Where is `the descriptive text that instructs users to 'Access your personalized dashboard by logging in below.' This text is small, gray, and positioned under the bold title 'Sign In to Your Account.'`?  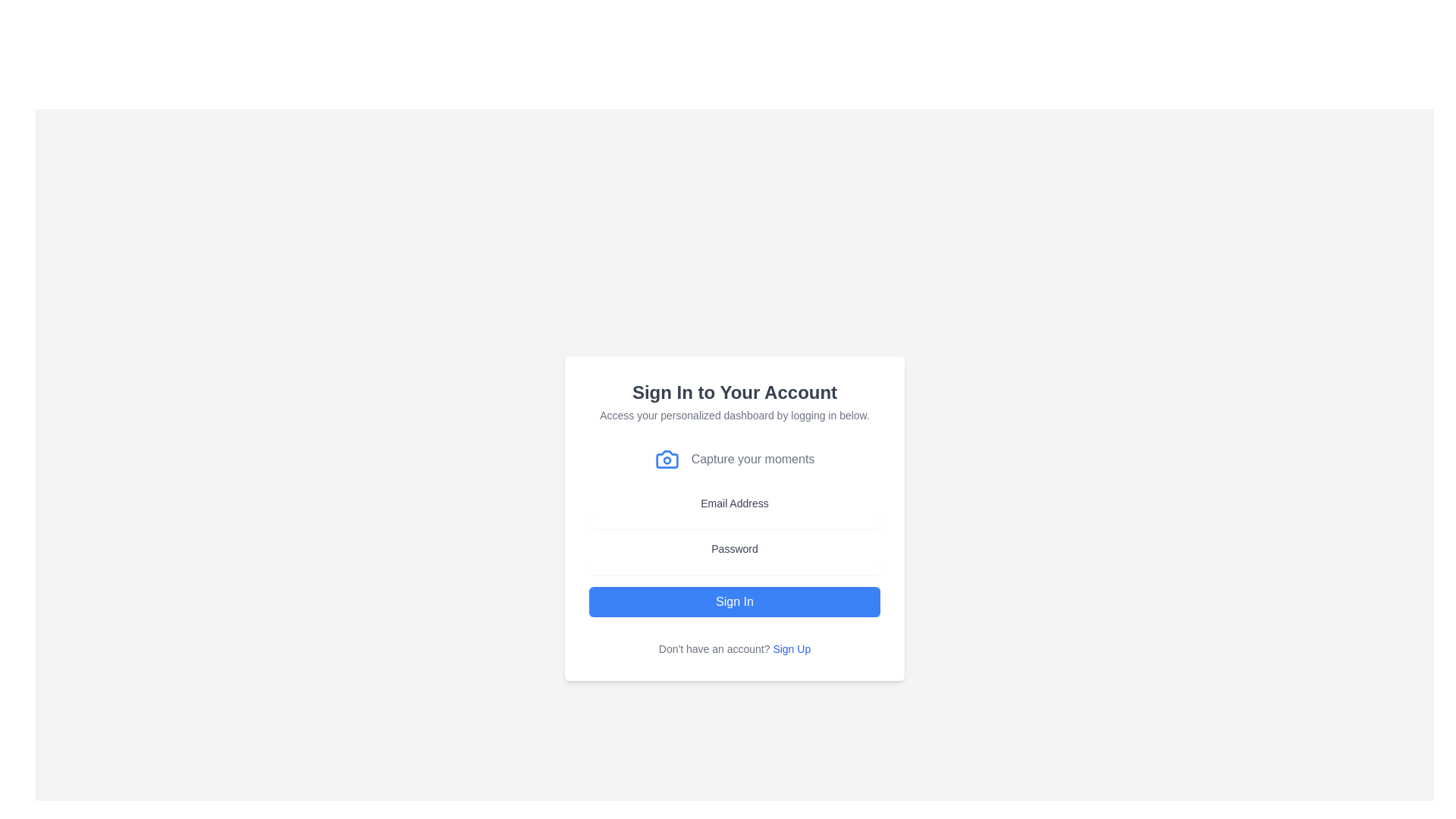 the descriptive text that instructs users to 'Access your personalized dashboard by logging in below.' This text is small, gray, and positioned under the bold title 'Sign In to Your Account.' is located at coordinates (735, 415).